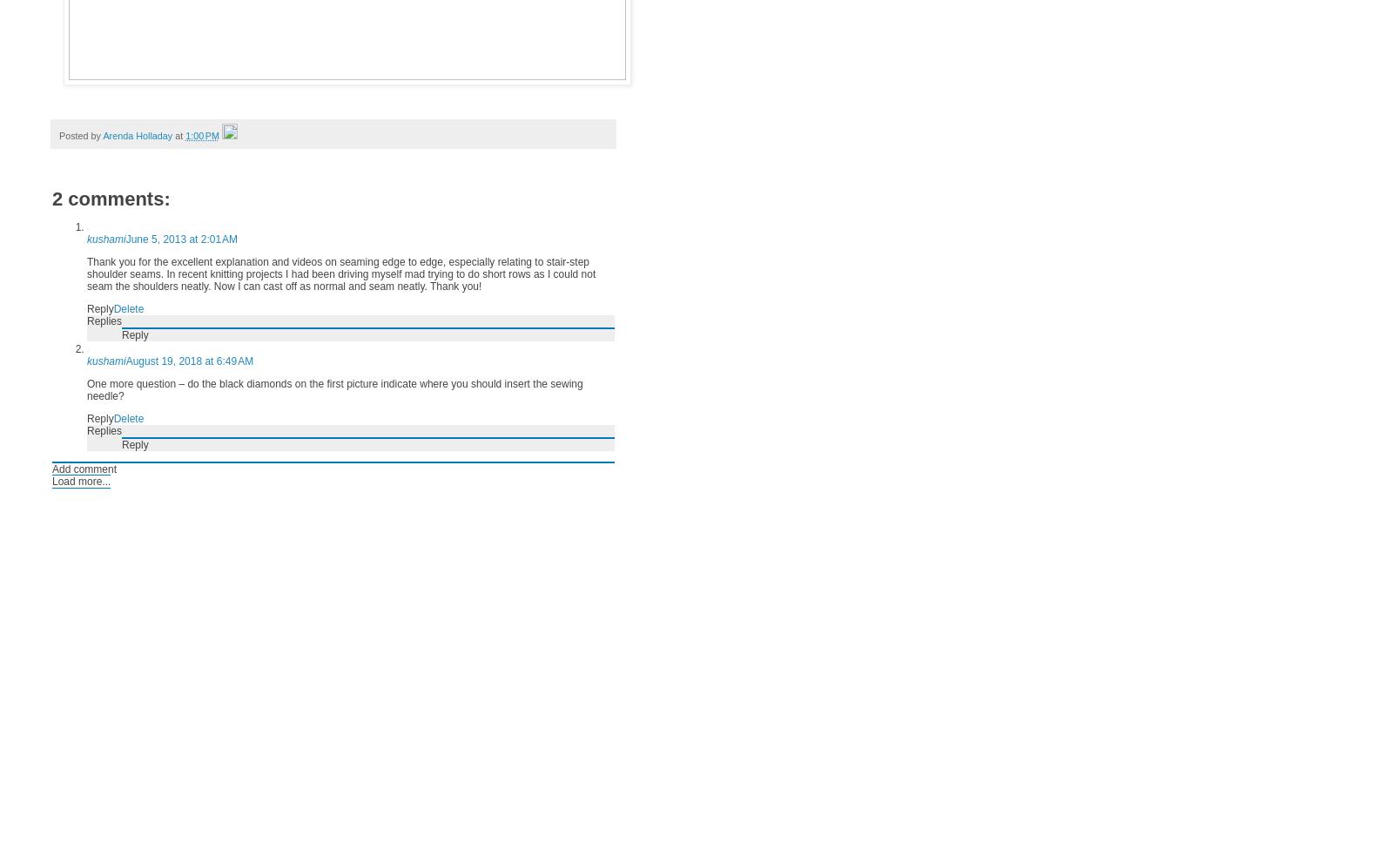 This screenshot has width=1400, height=850. What do you see at coordinates (334, 388) in the screenshot?
I see `'One more question – do the black diamonds on the first picture indicate where you should insert the sewing needle?'` at bounding box center [334, 388].